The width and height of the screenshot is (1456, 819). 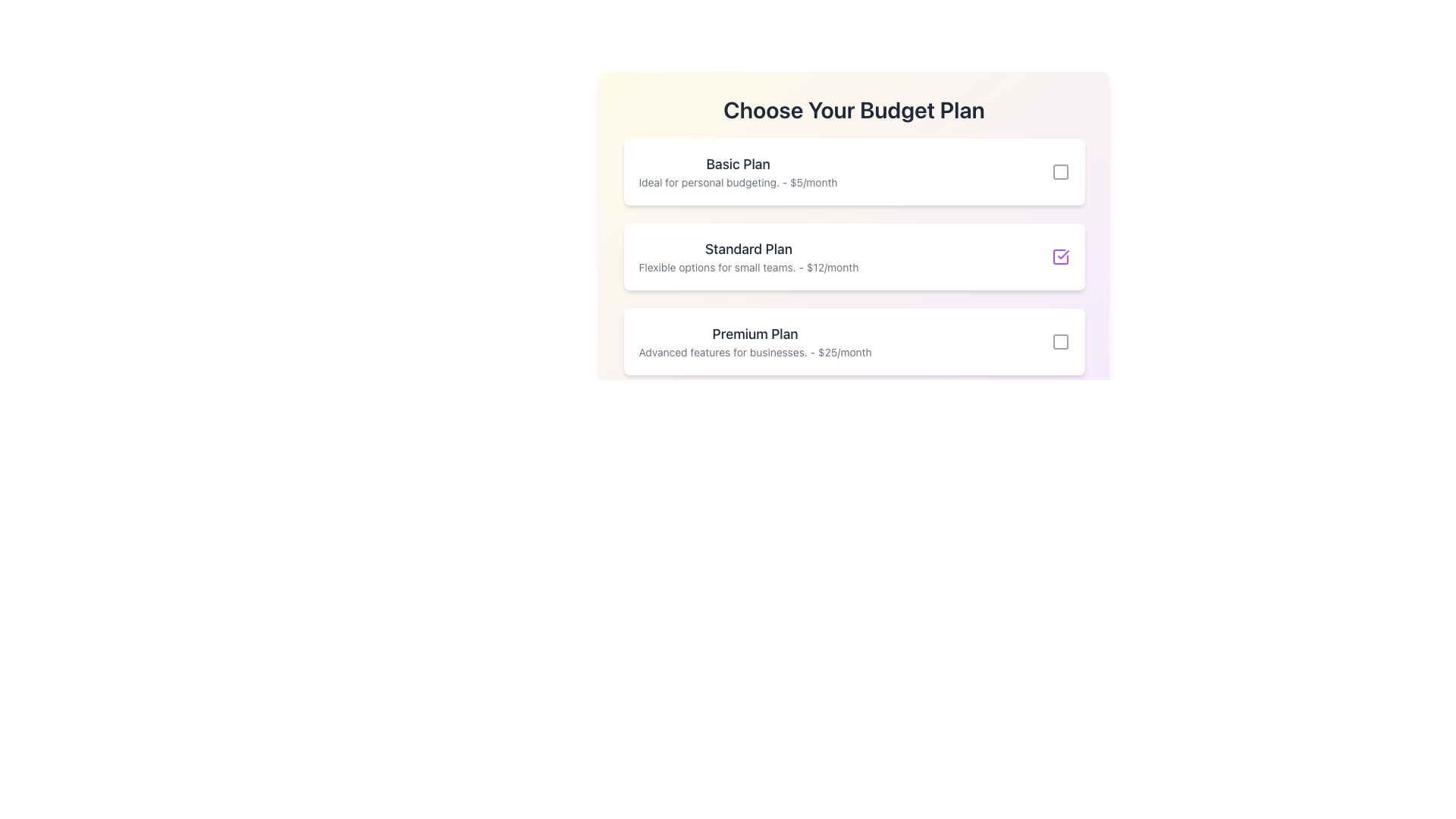 I want to click on the 'Standard Plan' card, which features a bold heading and a descriptor text styled in a smaller font, so click(x=748, y=256).